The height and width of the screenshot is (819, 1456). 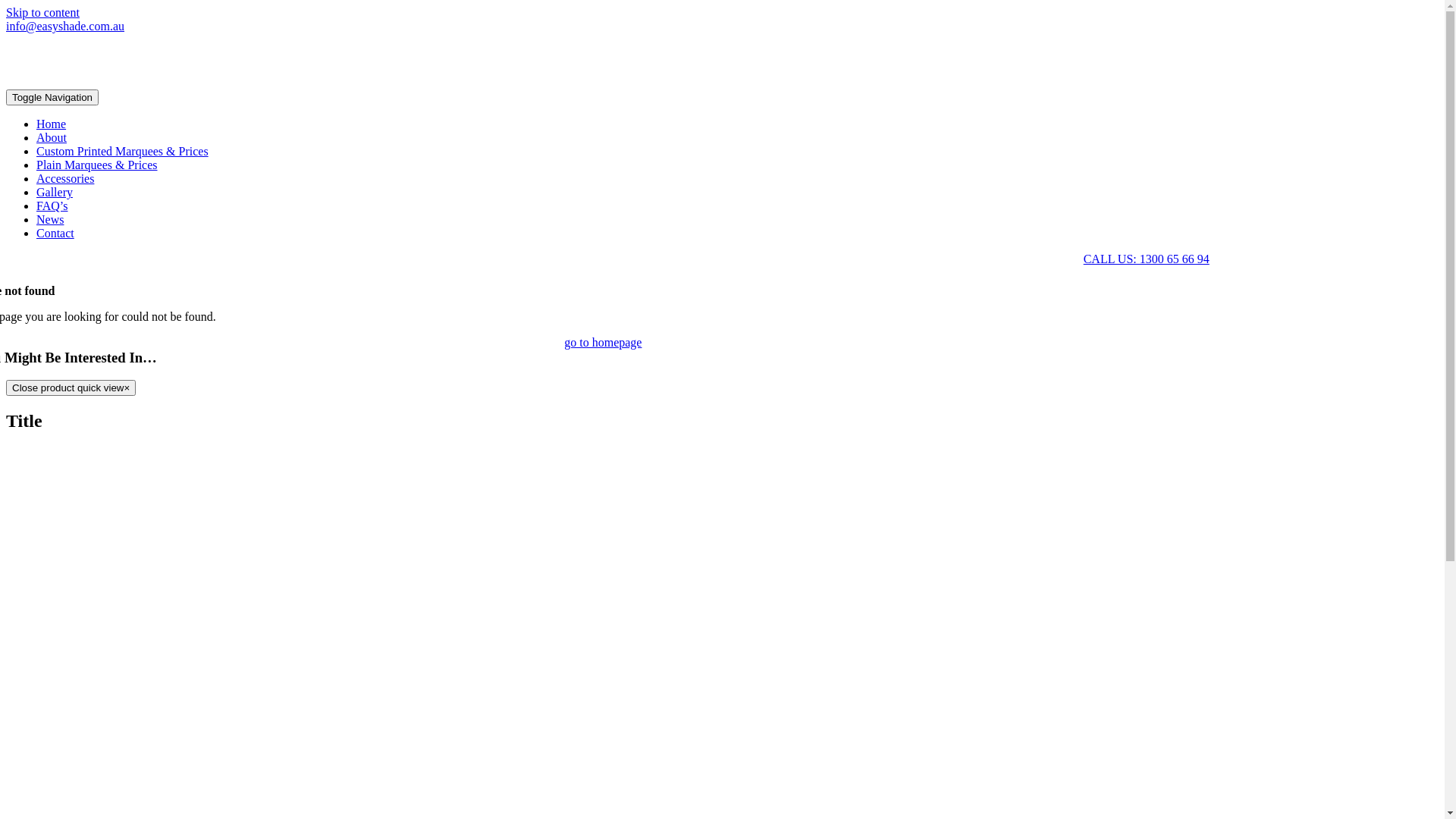 I want to click on 'Custom Printed Marquees & Prices', so click(x=122, y=151).